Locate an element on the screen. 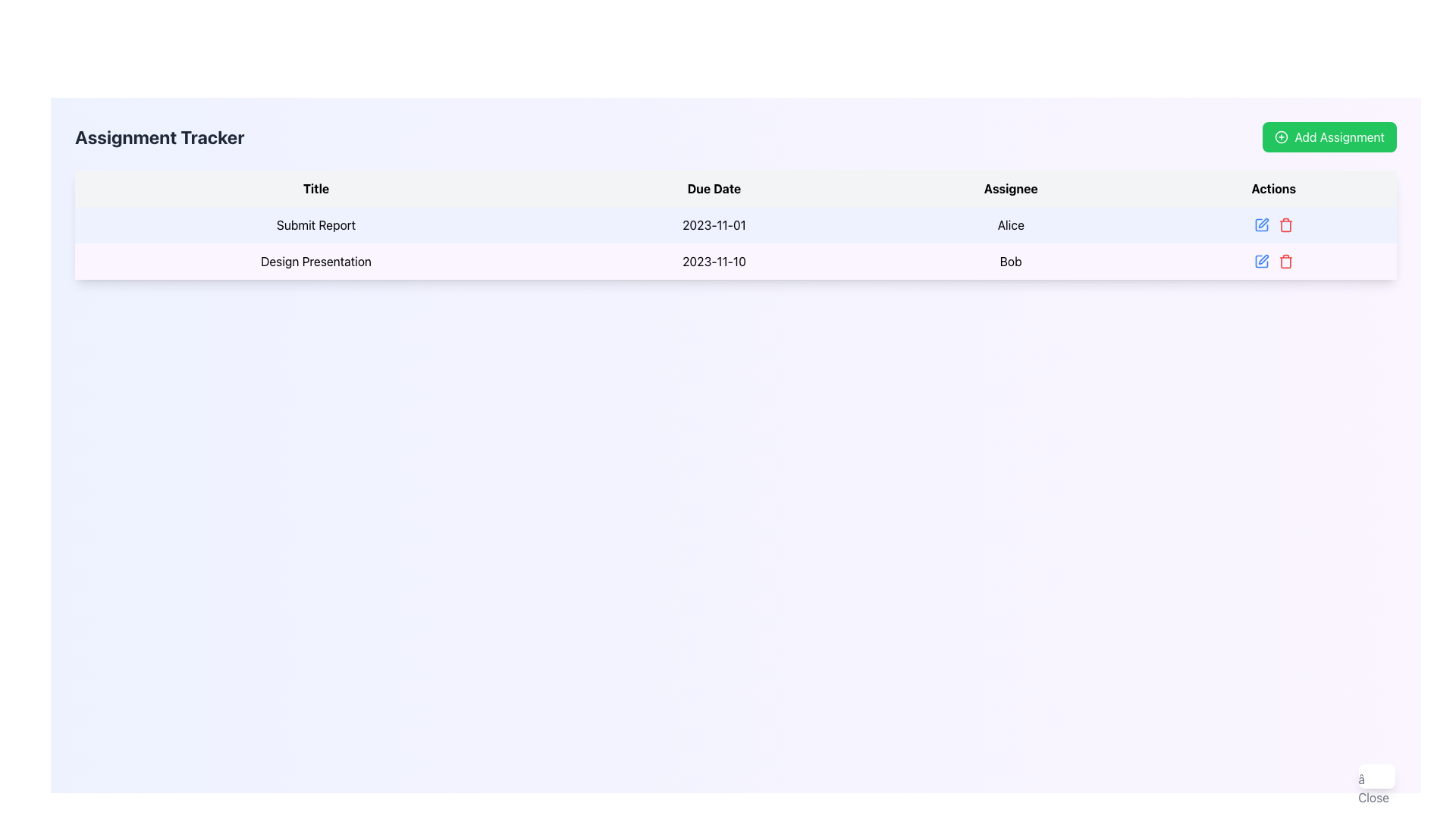  the second row in the Assignment Tracker table, which has a light purple background and contains the text 'Design Presentation' is located at coordinates (736, 260).